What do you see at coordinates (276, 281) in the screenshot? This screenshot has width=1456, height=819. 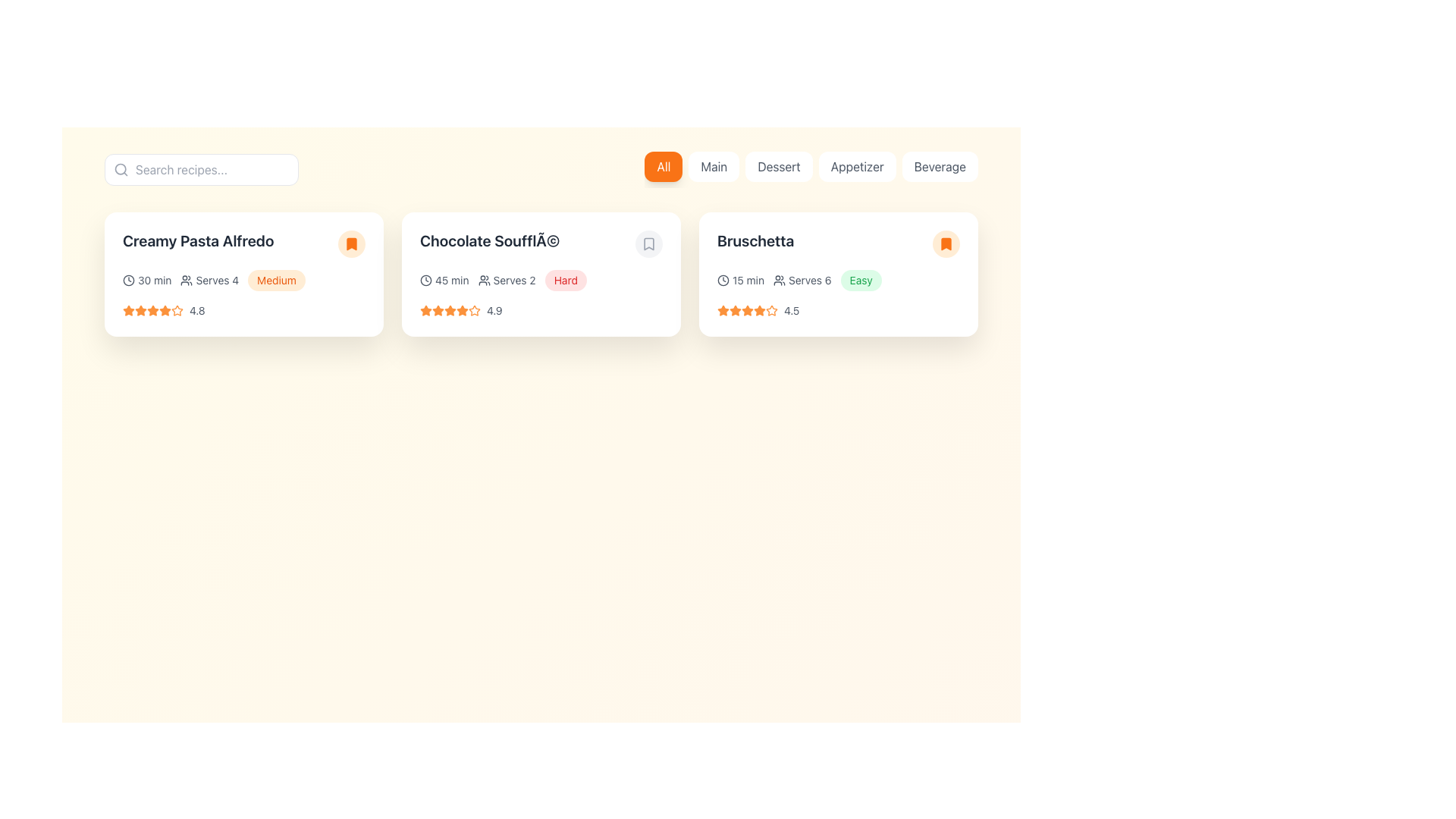 I see `text of the pill-shaped tag labeled 'Medium' with a light orange background, located at the bottom right part of the 'Creamy Pasta Alfredo' card` at bounding box center [276, 281].